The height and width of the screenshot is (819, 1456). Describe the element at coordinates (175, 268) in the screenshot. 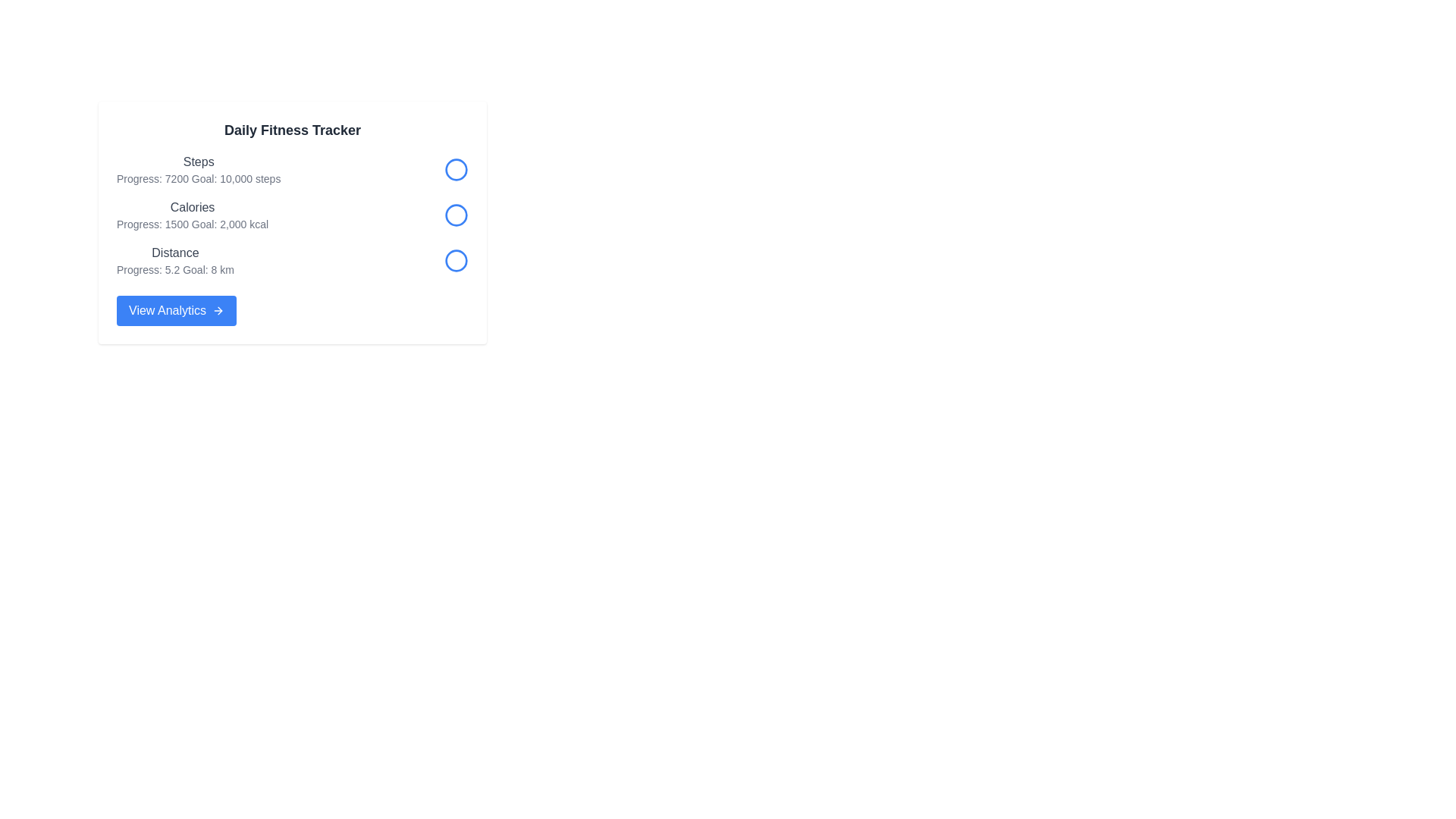

I see `the Text Display element that shows 'Progress: 5.2 Goal: 8 km', which is located directly below the 'Distance' heading in the 'Daily Fitness Tracker' card` at that location.